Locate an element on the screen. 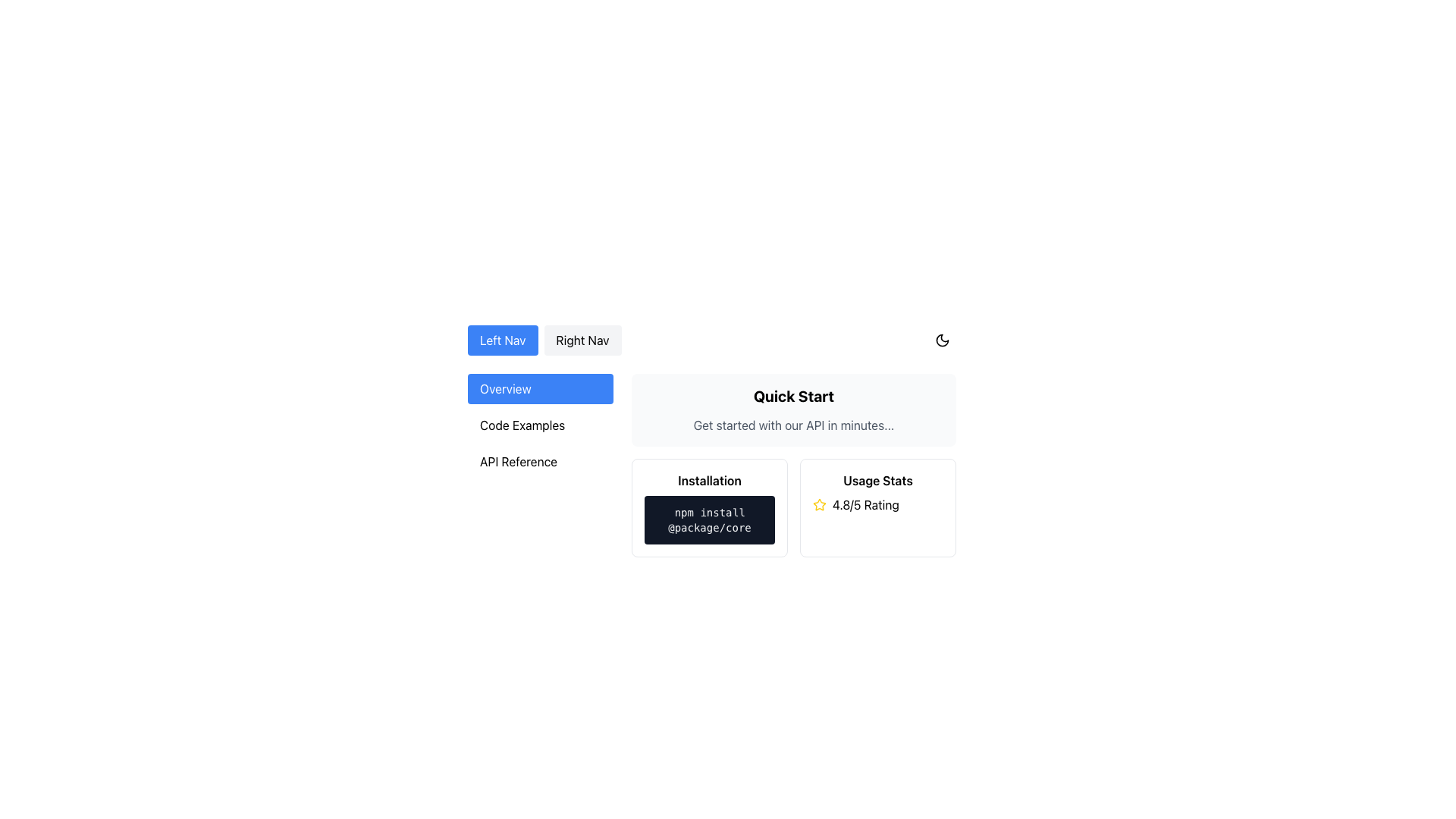  the non-interactive code snippet located within the 'Installation' card, positioned below the title 'Installation' is located at coordinates (709, 519).